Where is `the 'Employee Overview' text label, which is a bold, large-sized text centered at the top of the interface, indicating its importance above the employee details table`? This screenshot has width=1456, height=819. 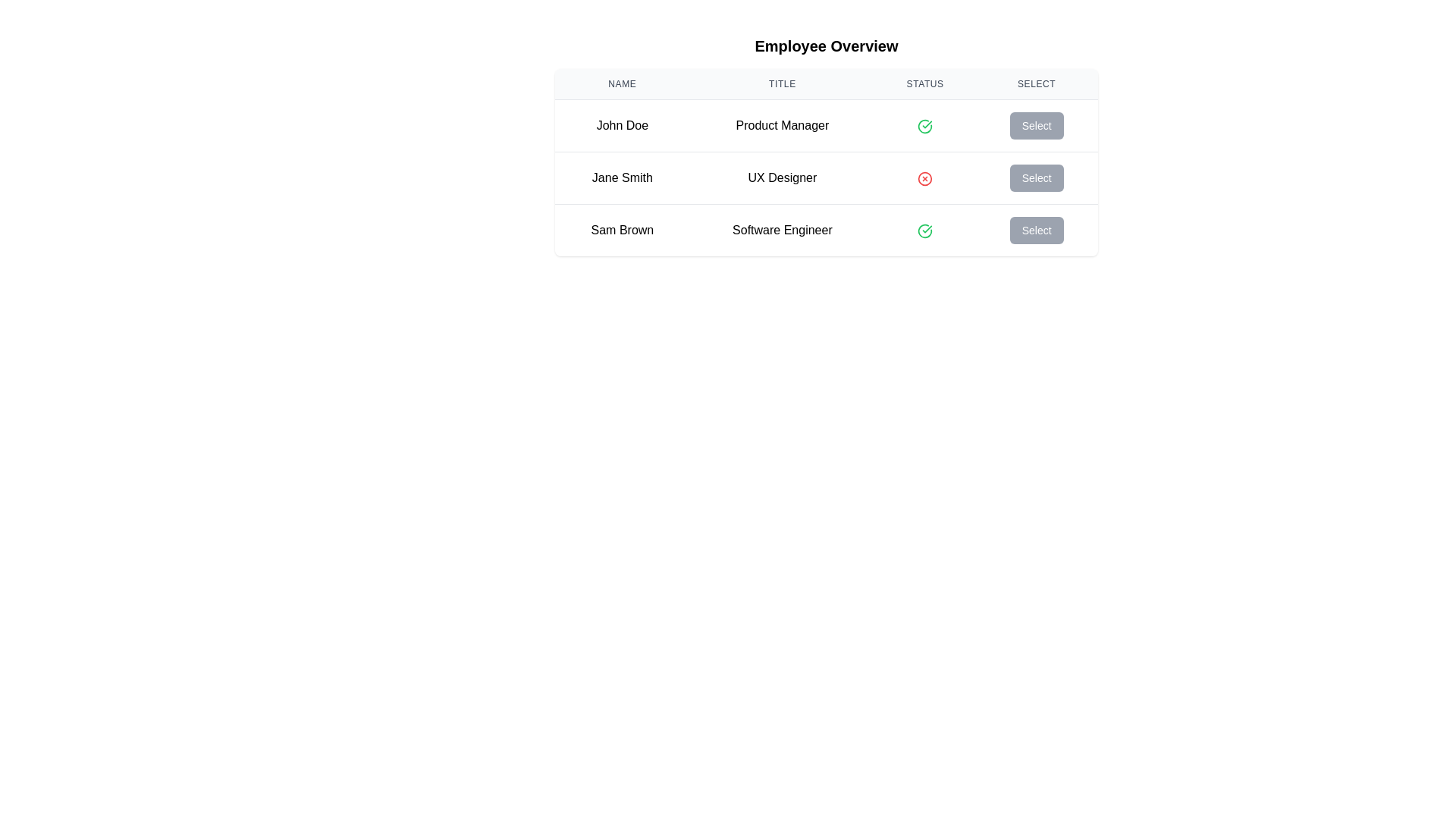 the 'Employee Overview' text label, which is a bold, large-sized text centered at the top of the interface, indicating its importance above the employee details table is located at coordinates (825, 45).